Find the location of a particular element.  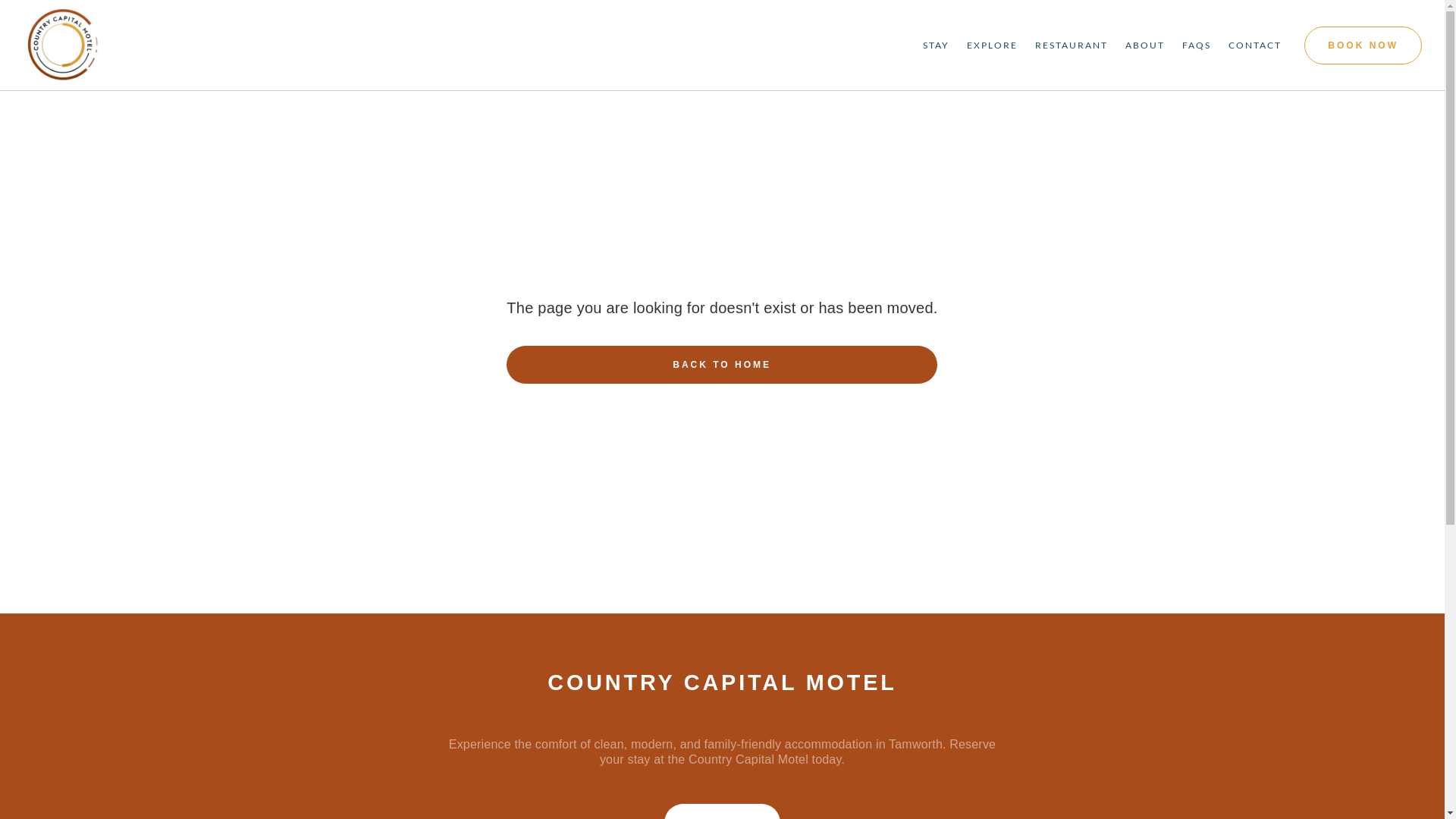

'FAQS' is located at coordinates (1196, 44).